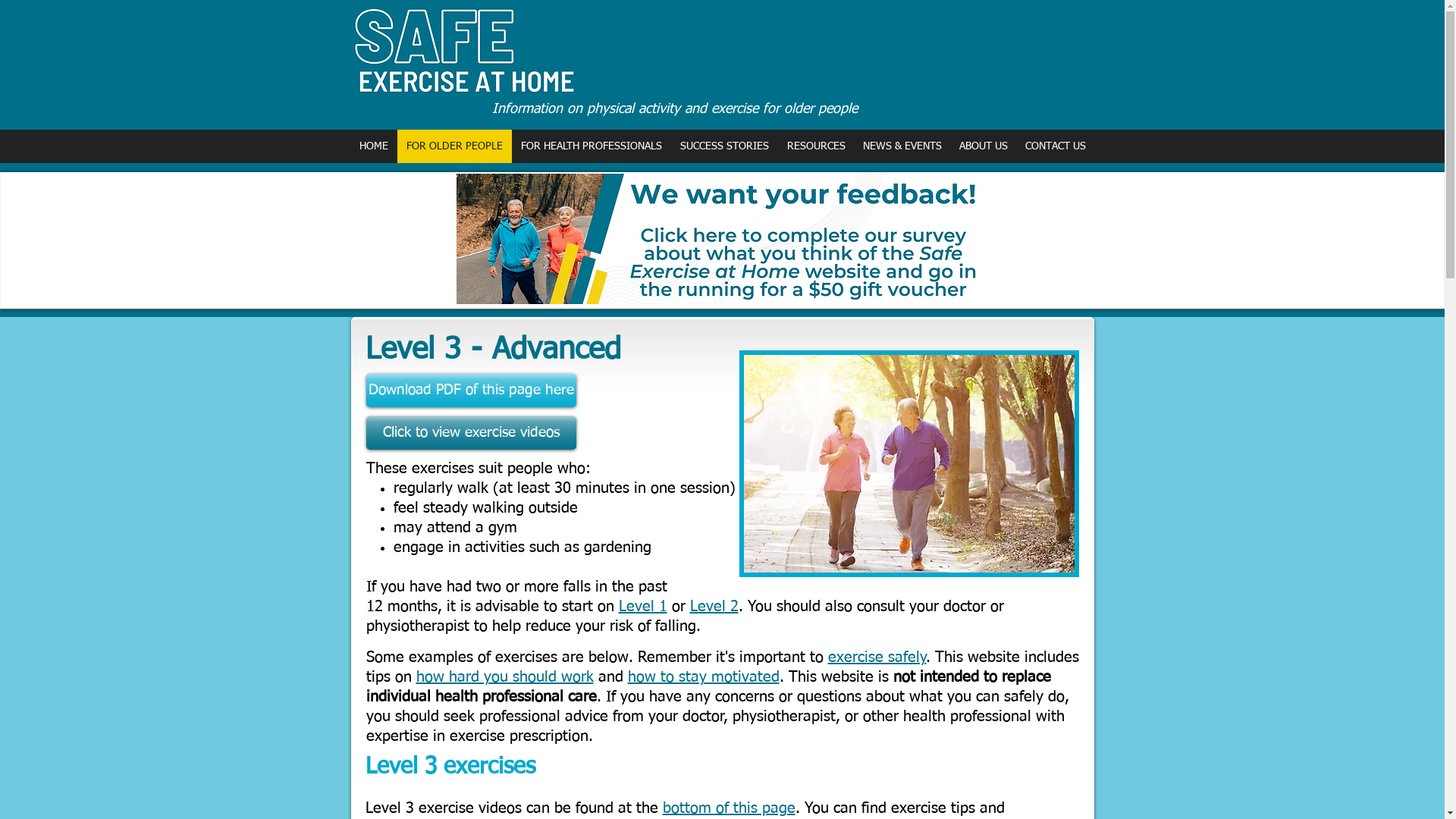 The image size is (1456, 819). I want to click on 'Click to view exercise videos', so click(469, 432).